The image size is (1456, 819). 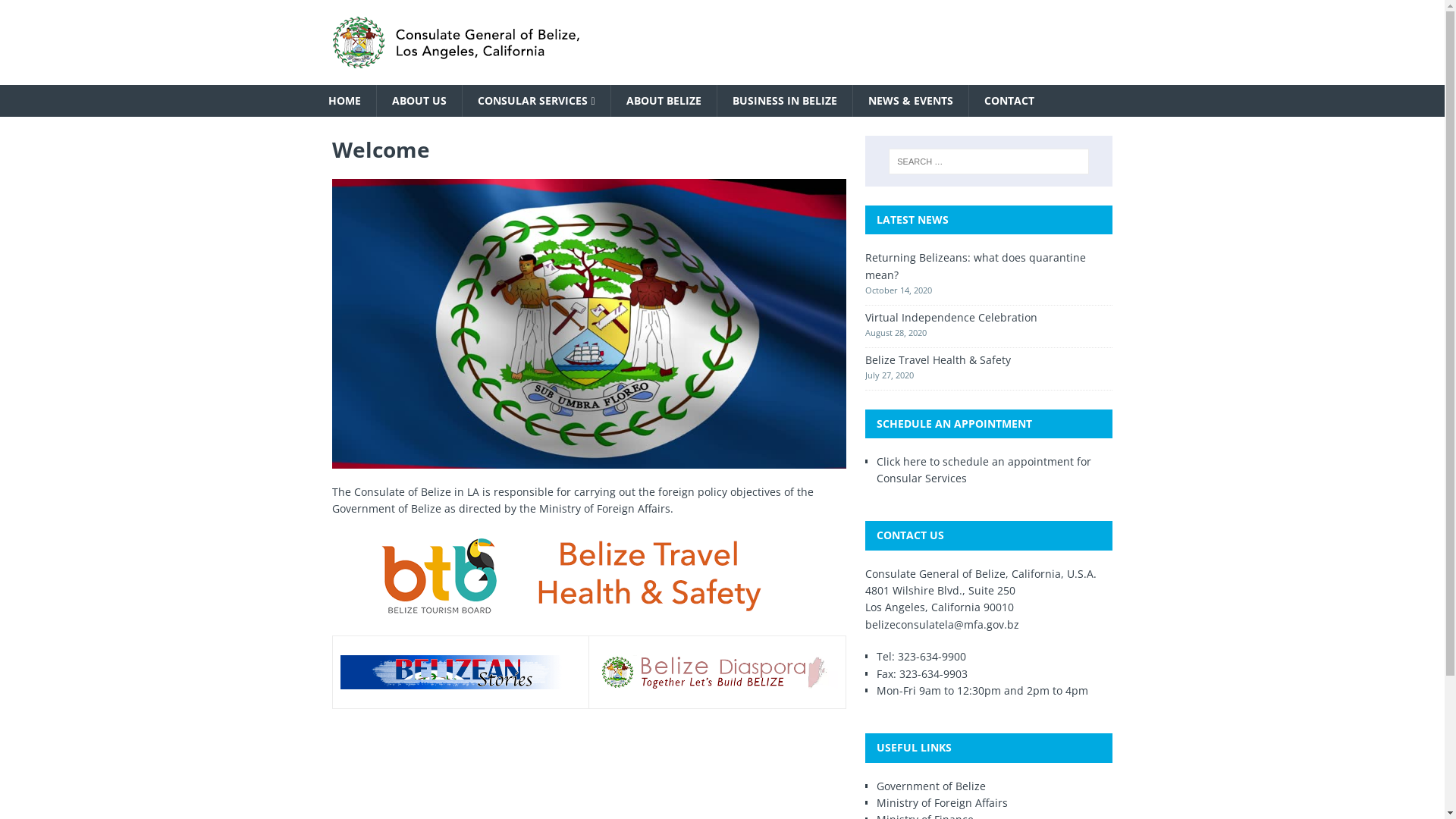 What do you see at coordinates (419, 100) in the screenshot?
I see `'ABOUT US'` at bounding box center [419, 100].